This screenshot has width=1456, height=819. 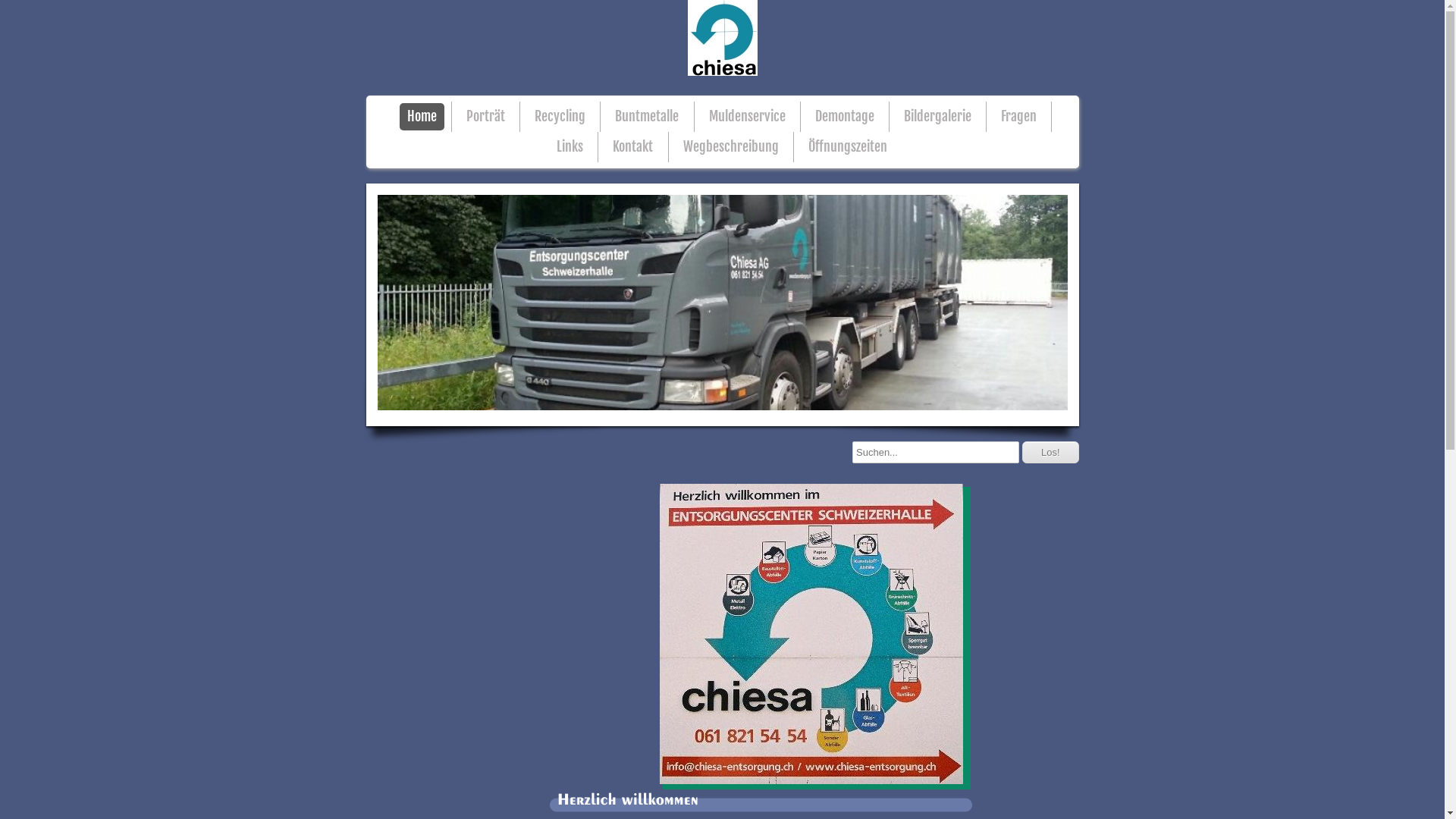 What do you see at coordinates (647, 116) in the screenshot?
I see `'Buntmetalle'` at bounding box center [647, 116].